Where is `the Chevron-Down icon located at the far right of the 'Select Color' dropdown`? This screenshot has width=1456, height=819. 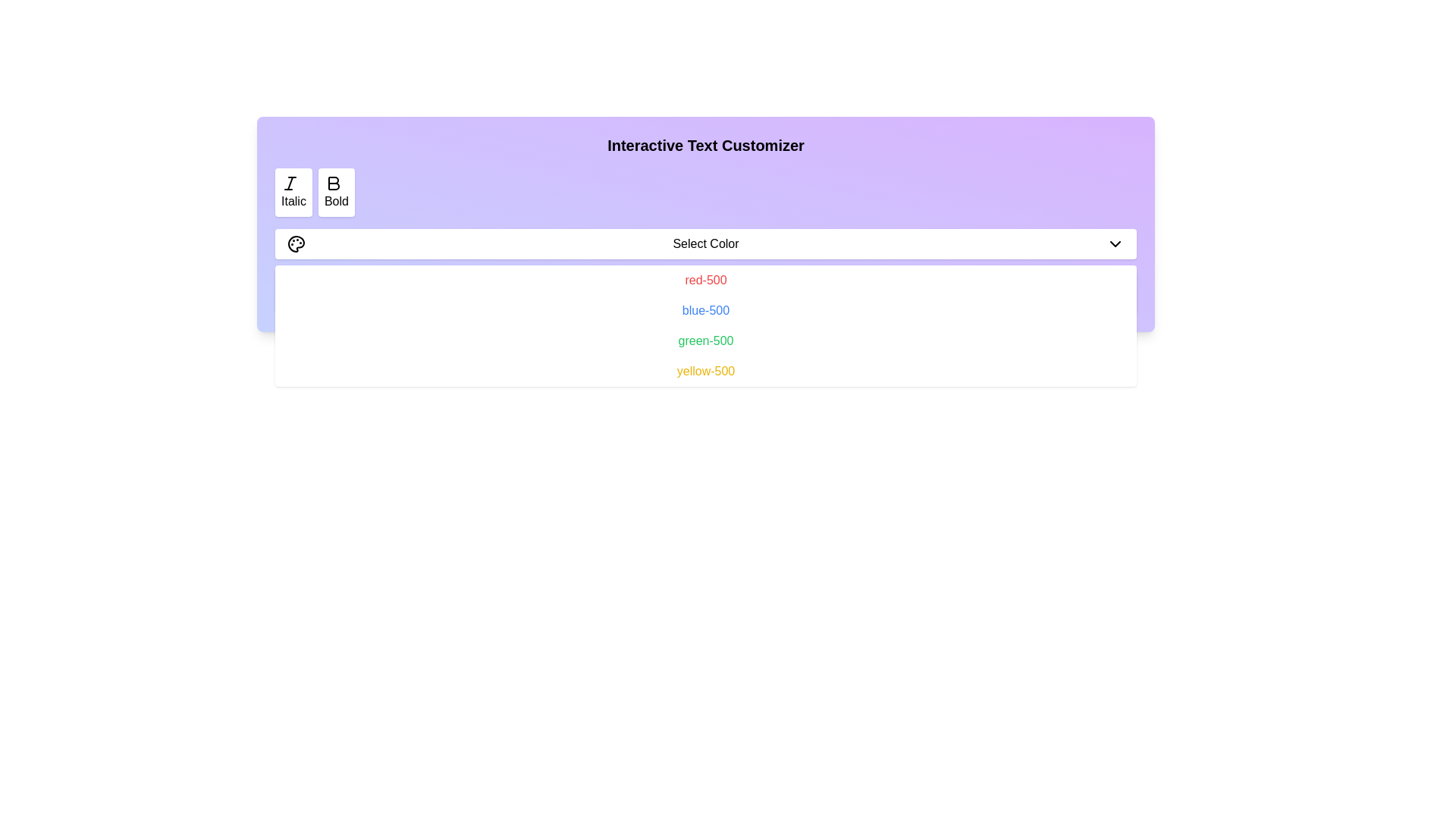
the Chevron-Down icon located at the far right of the 'Select Color' dropdown is located at coordinates (1115, 243).